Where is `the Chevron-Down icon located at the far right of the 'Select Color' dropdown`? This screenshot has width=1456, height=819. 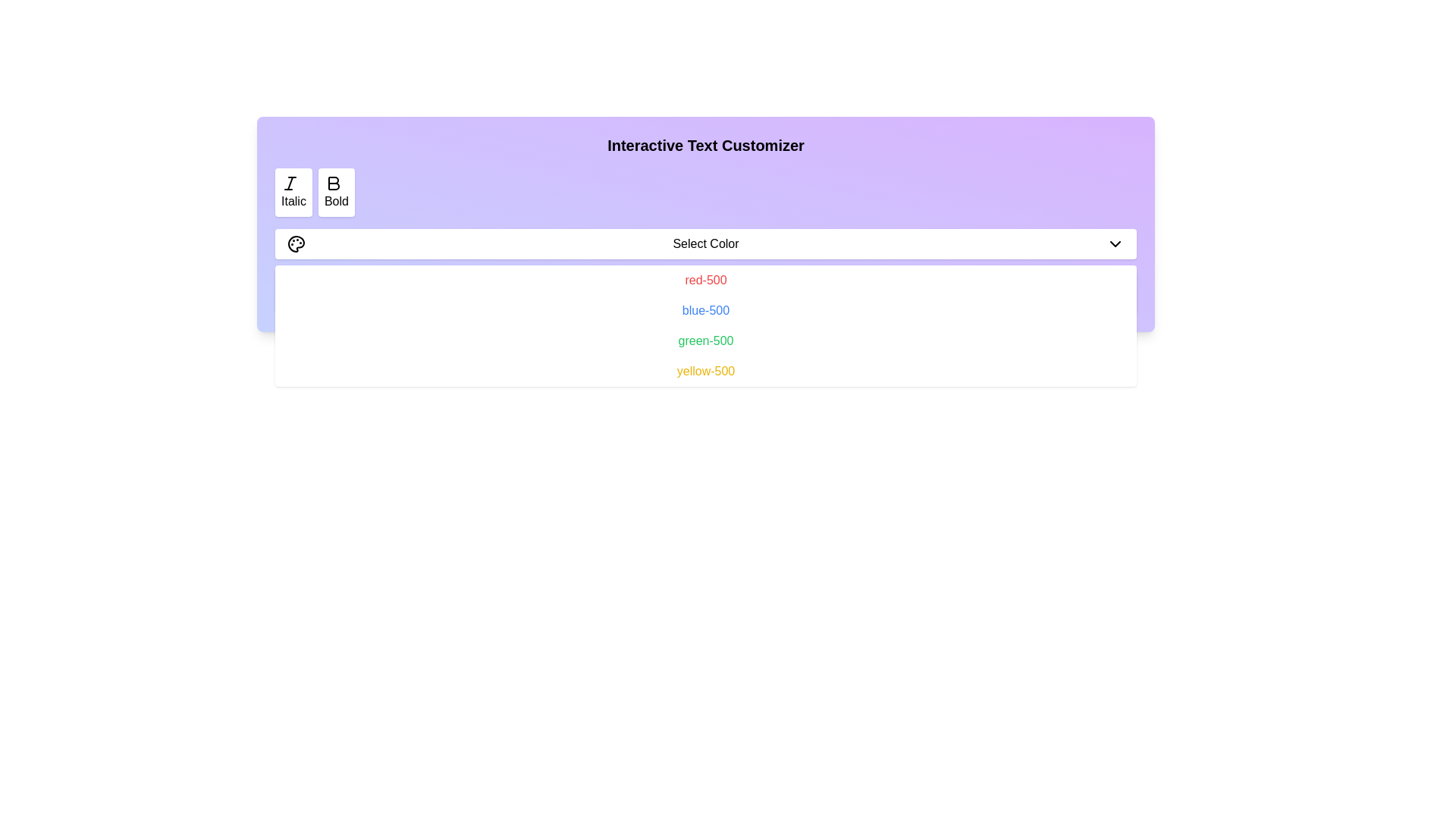
the Chevron-Down icon located at the far right of the 'Select Color' dropdown is located at coordinates (1115, 243).